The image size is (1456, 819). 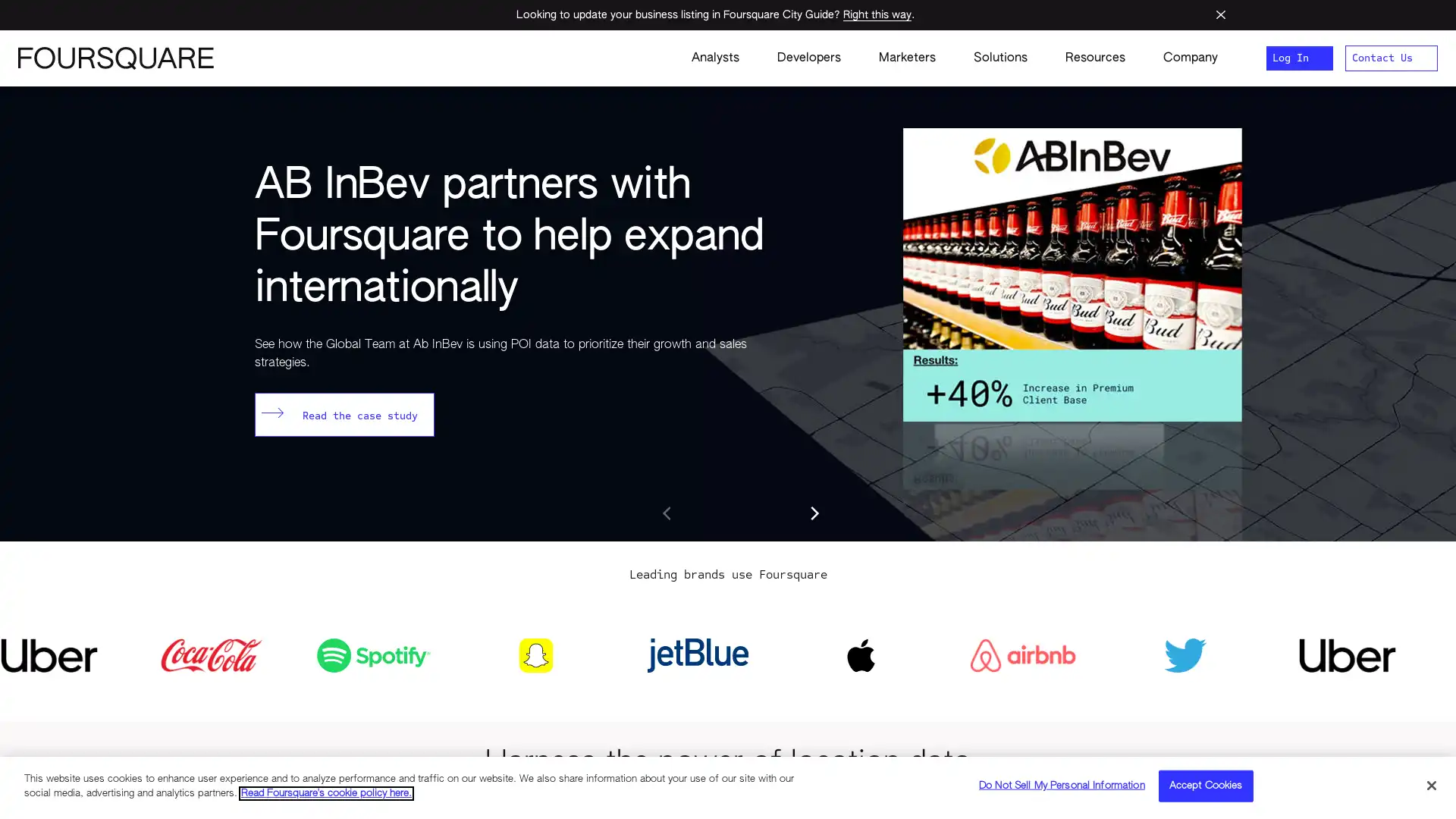 I want to click on Solutions, so click(x=1000, y=58).